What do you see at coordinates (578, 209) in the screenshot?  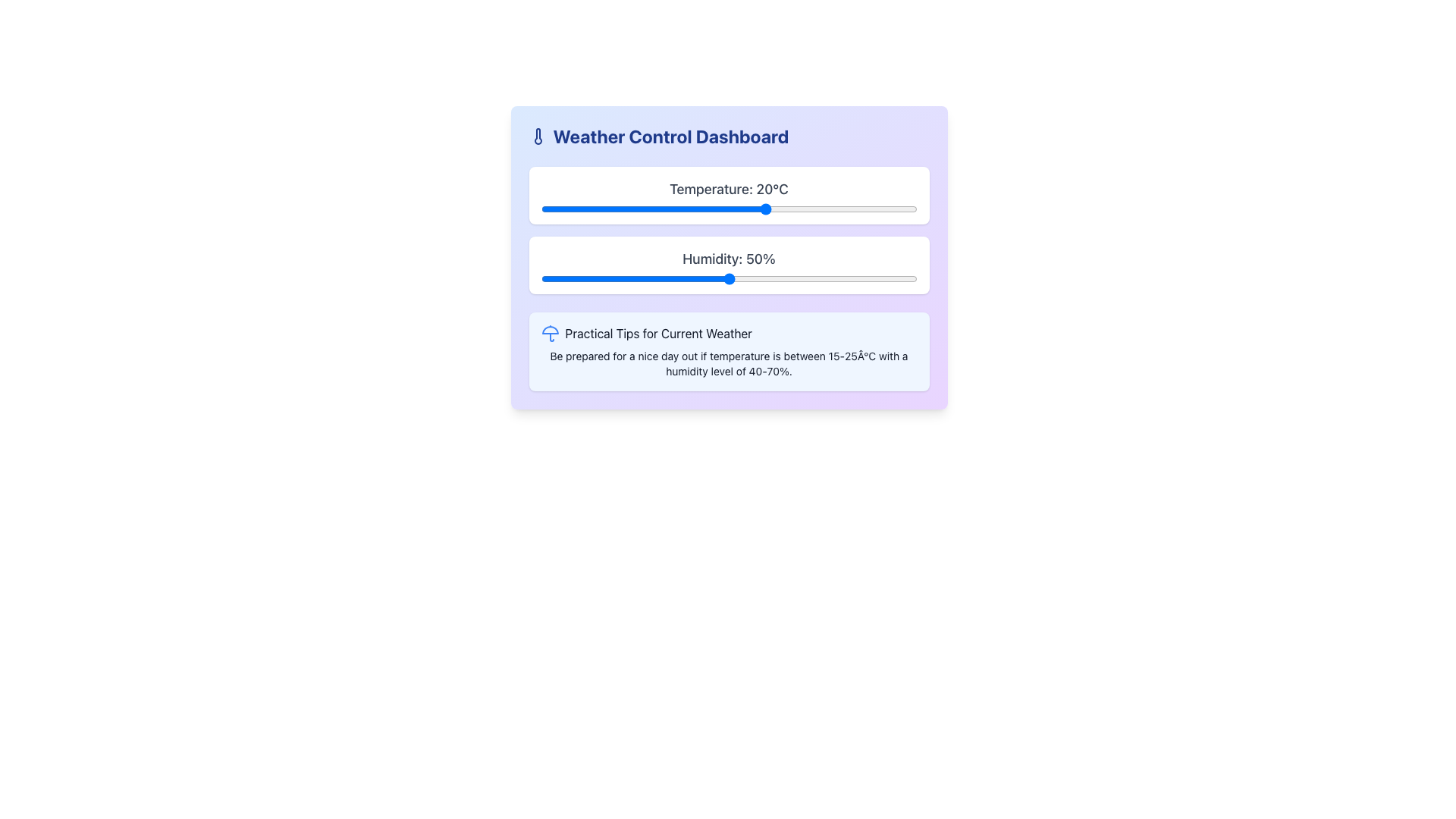 I see `the temperature` at bounding box center [578, 209].